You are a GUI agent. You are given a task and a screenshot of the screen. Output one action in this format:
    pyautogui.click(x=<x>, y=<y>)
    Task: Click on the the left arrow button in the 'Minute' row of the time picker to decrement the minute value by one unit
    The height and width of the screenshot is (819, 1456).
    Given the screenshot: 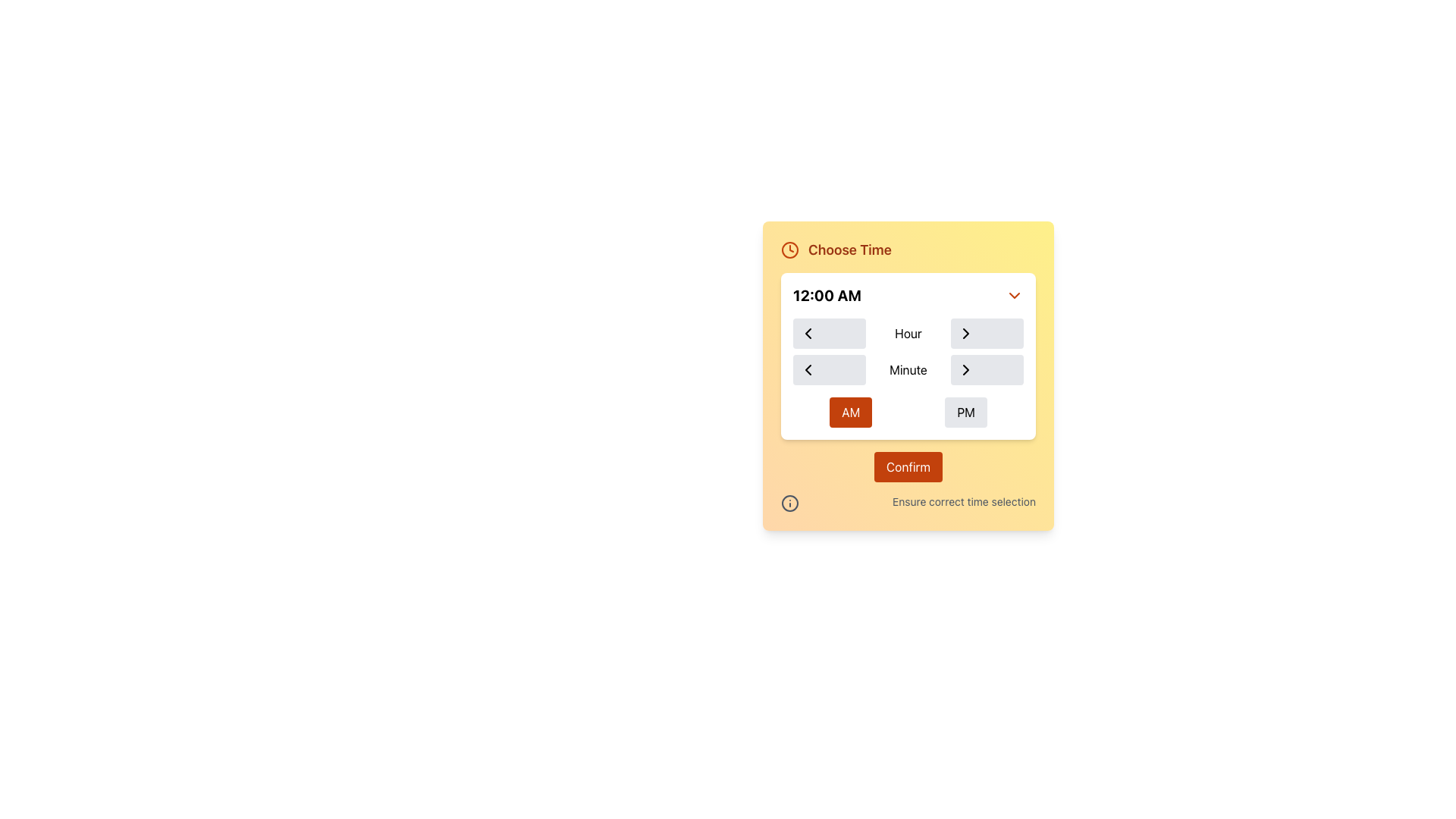 What is the action you would take?
    pyautogui.click(x=807, y=370)
    